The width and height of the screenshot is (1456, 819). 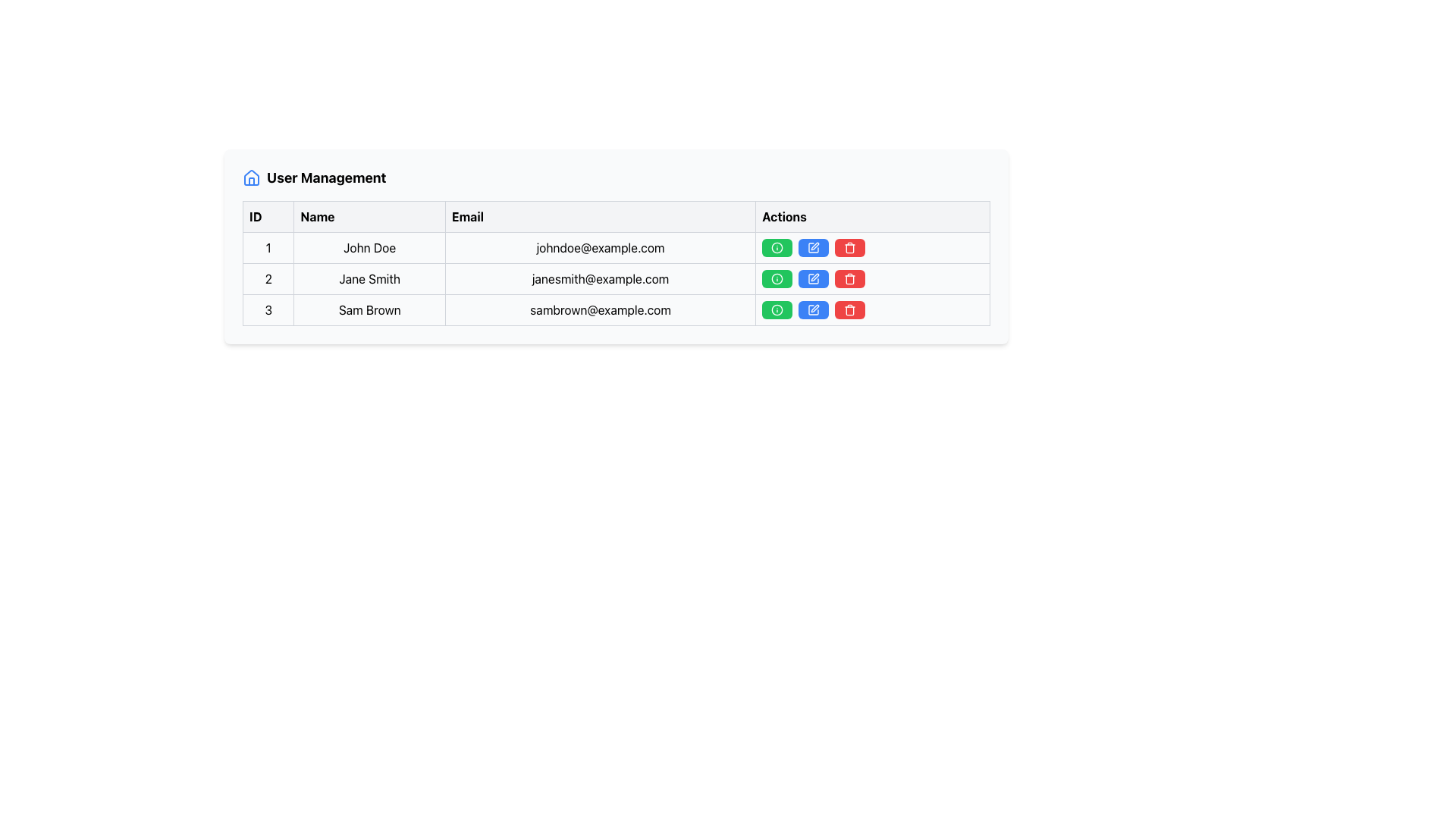 What do you see at coordinates (616, 278) in the screenshot?
I see `the second row of the user management table displaying information for 'Jane Smith'` at bounding box center [616, 278].